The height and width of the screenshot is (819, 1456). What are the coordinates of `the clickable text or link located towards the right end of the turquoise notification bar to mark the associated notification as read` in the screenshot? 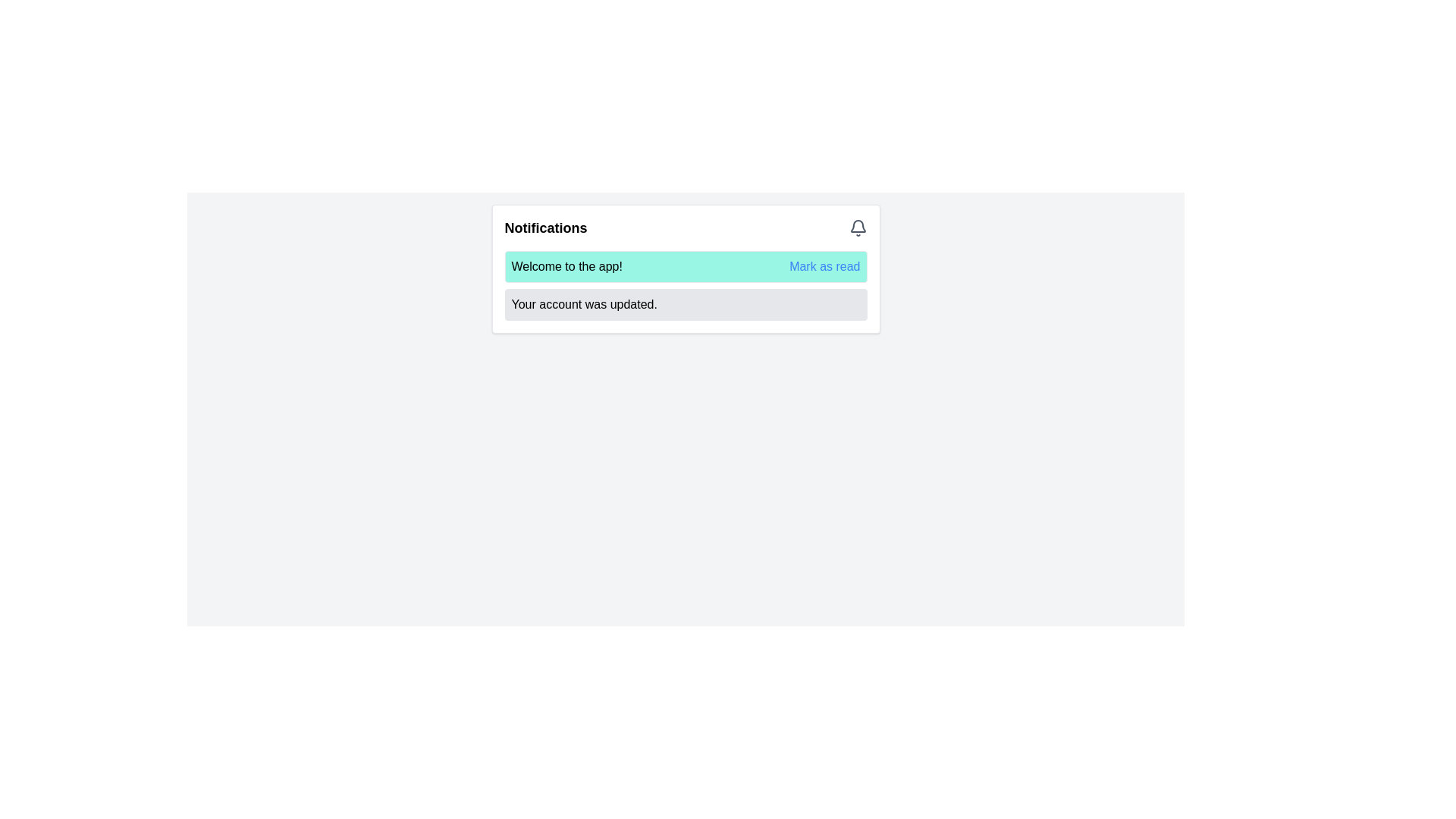 It's located at (824, 265).